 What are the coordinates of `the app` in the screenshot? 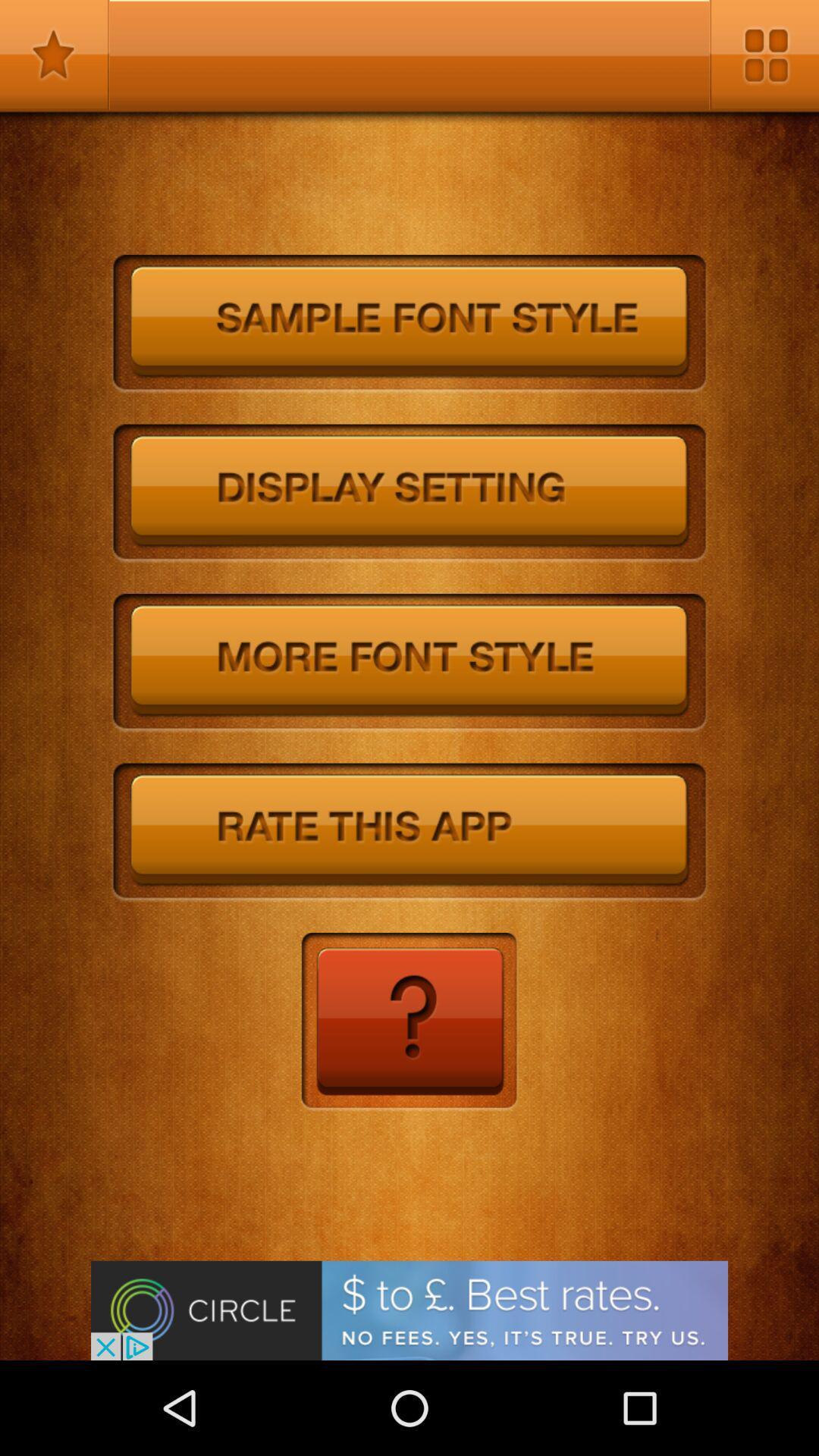 It's located at (54, 55).